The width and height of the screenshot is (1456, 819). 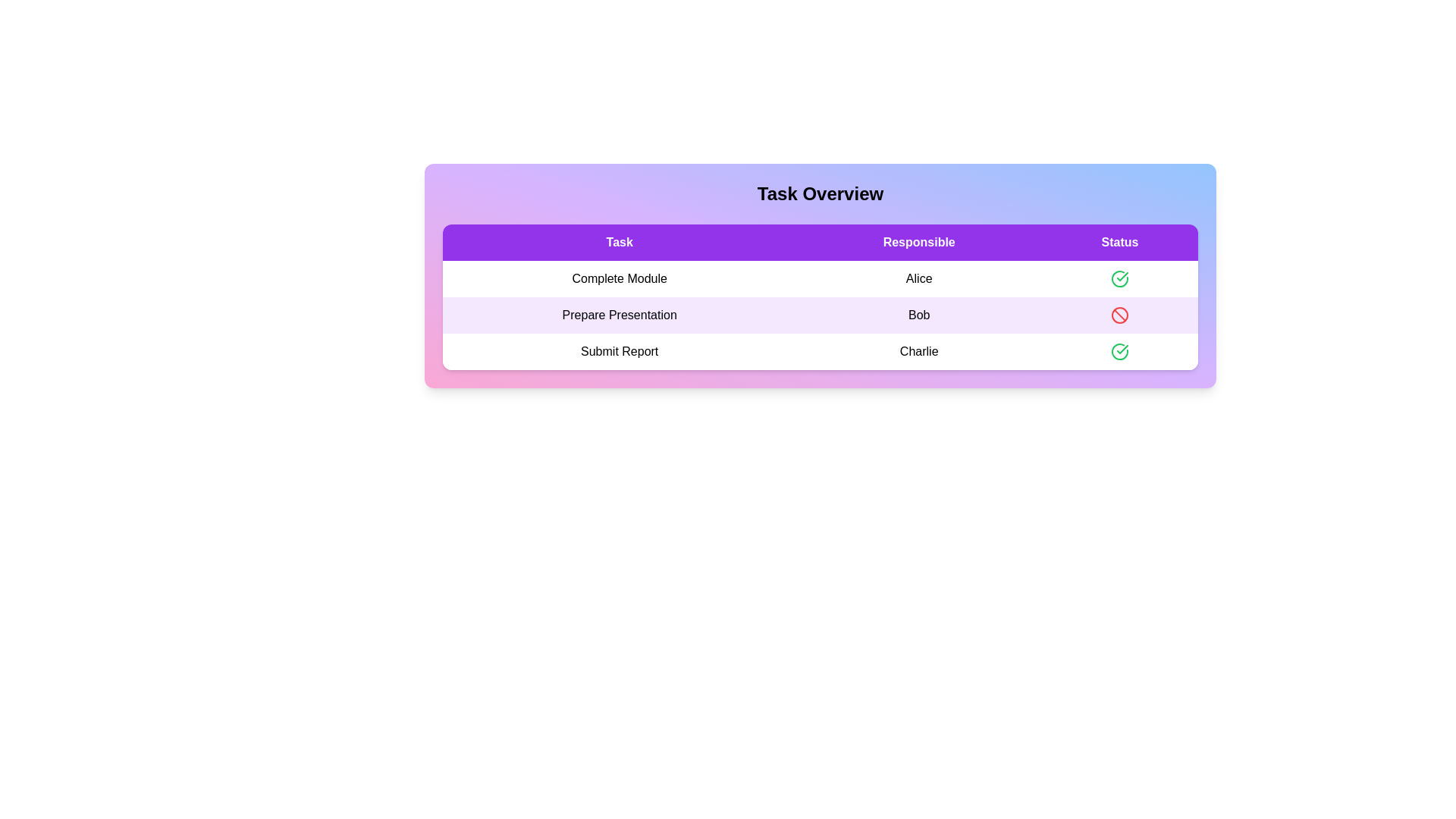 What do you see at coordinates (918, 242) in the screenshot?
I see `the text field displaying 'Responsible', which is the second column header in a three-column table, located between 'Task' and 'Status'` at bounding box center [918, 242].